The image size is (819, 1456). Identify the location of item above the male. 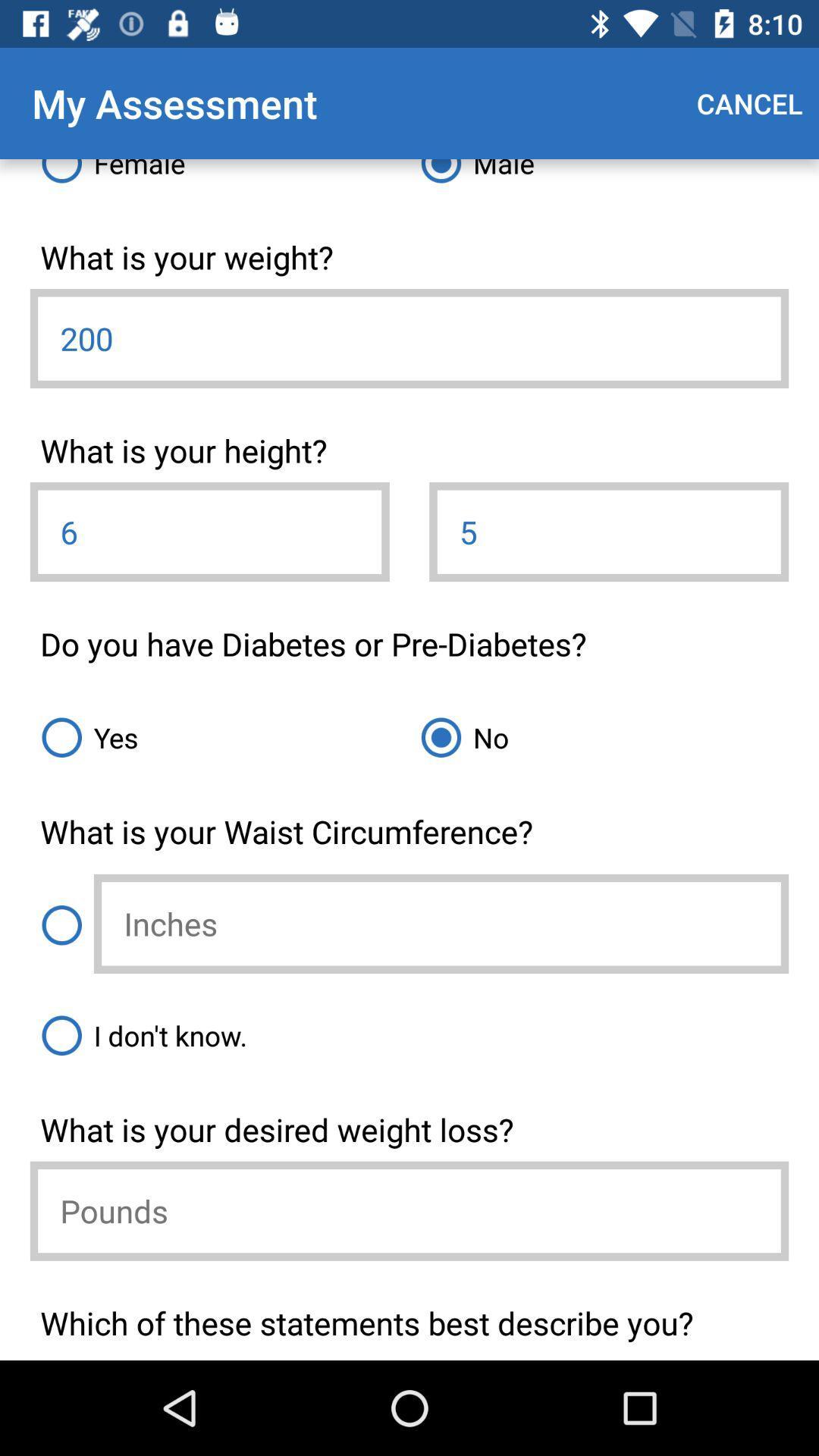
(748, 102).